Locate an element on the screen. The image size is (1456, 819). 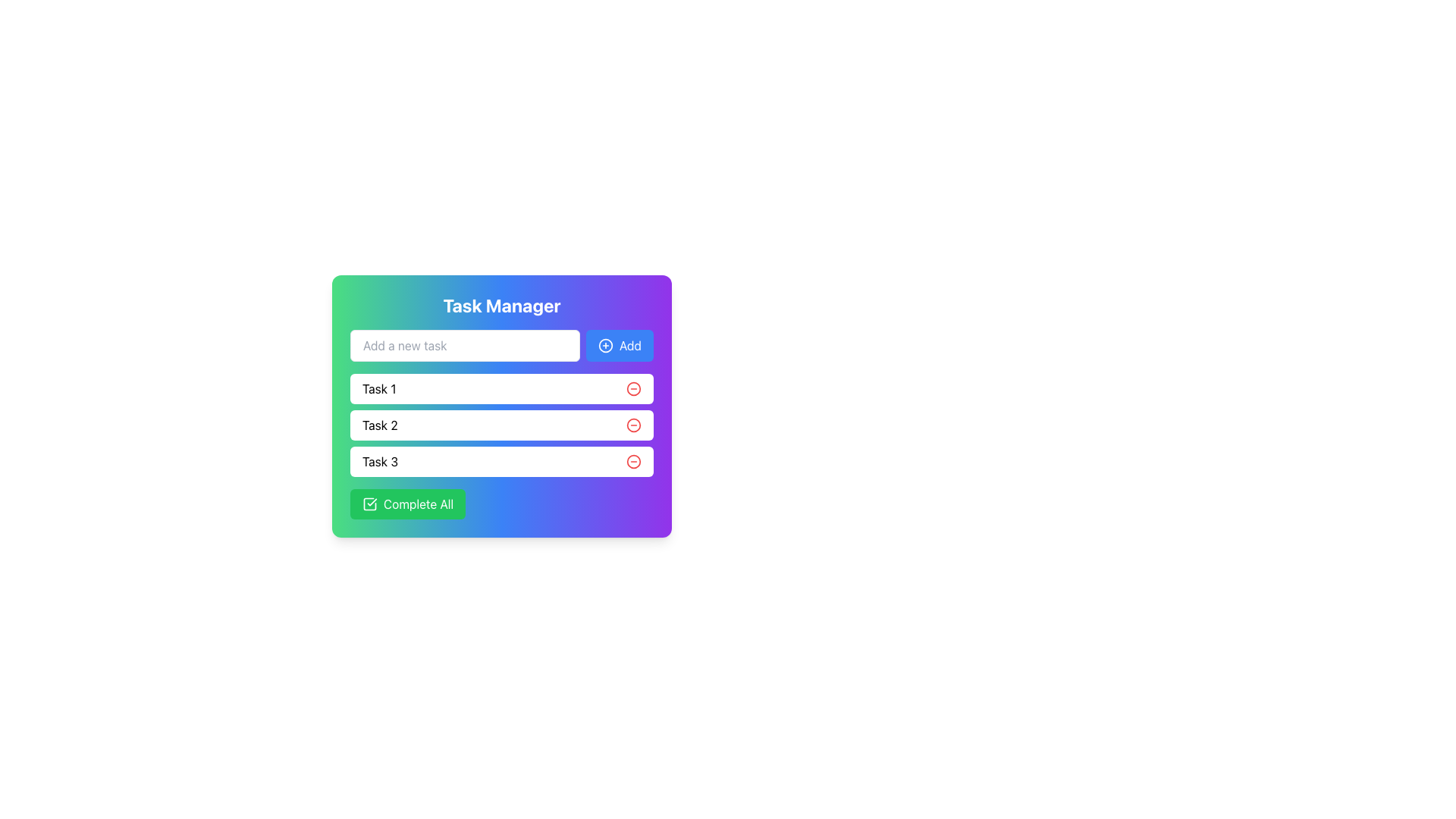
the delete button for 'Task 3' is located at coordinates (633, 461).